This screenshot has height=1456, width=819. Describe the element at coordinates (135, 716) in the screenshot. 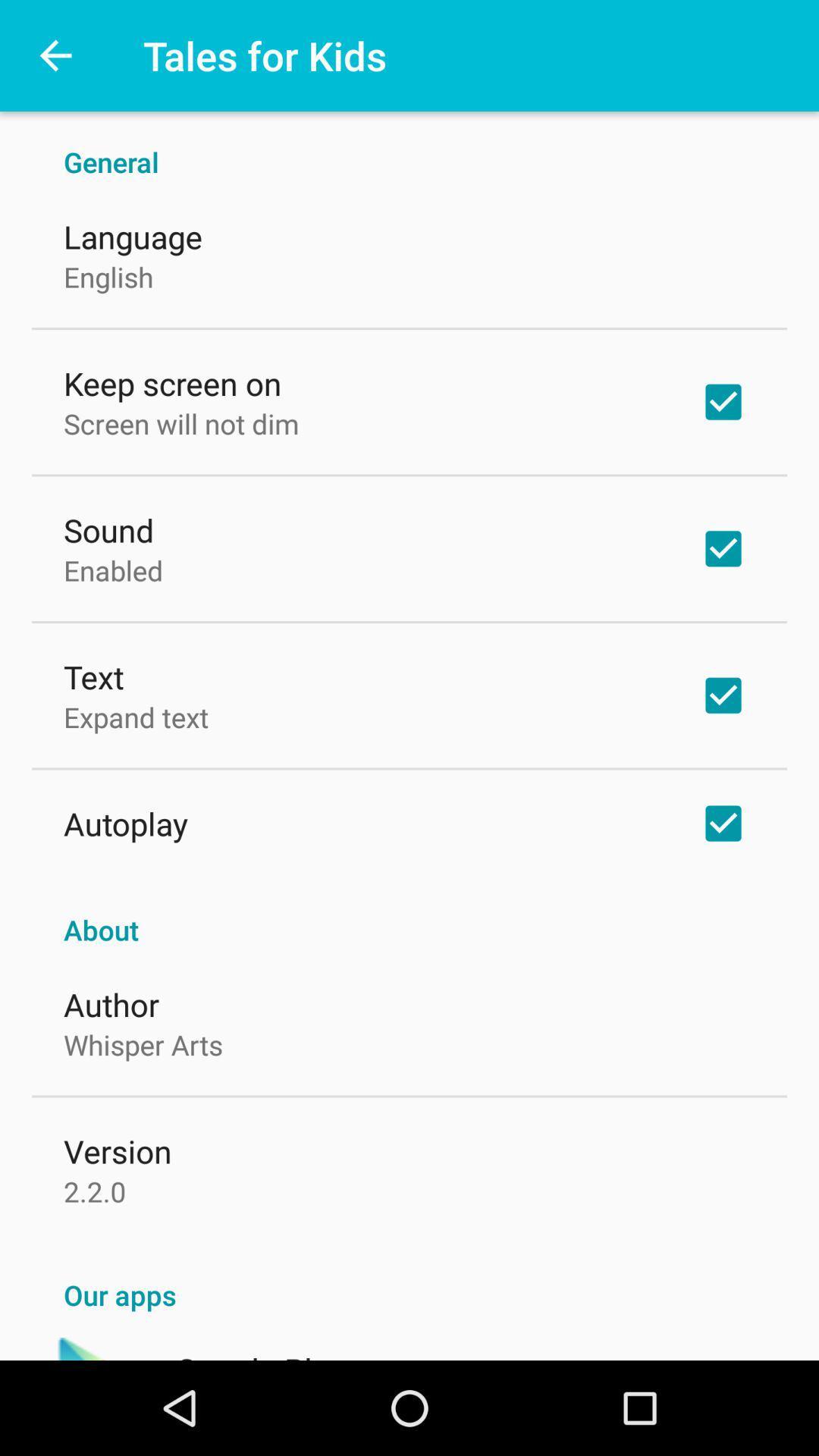

I see `the icon above the autoplay` at that location.